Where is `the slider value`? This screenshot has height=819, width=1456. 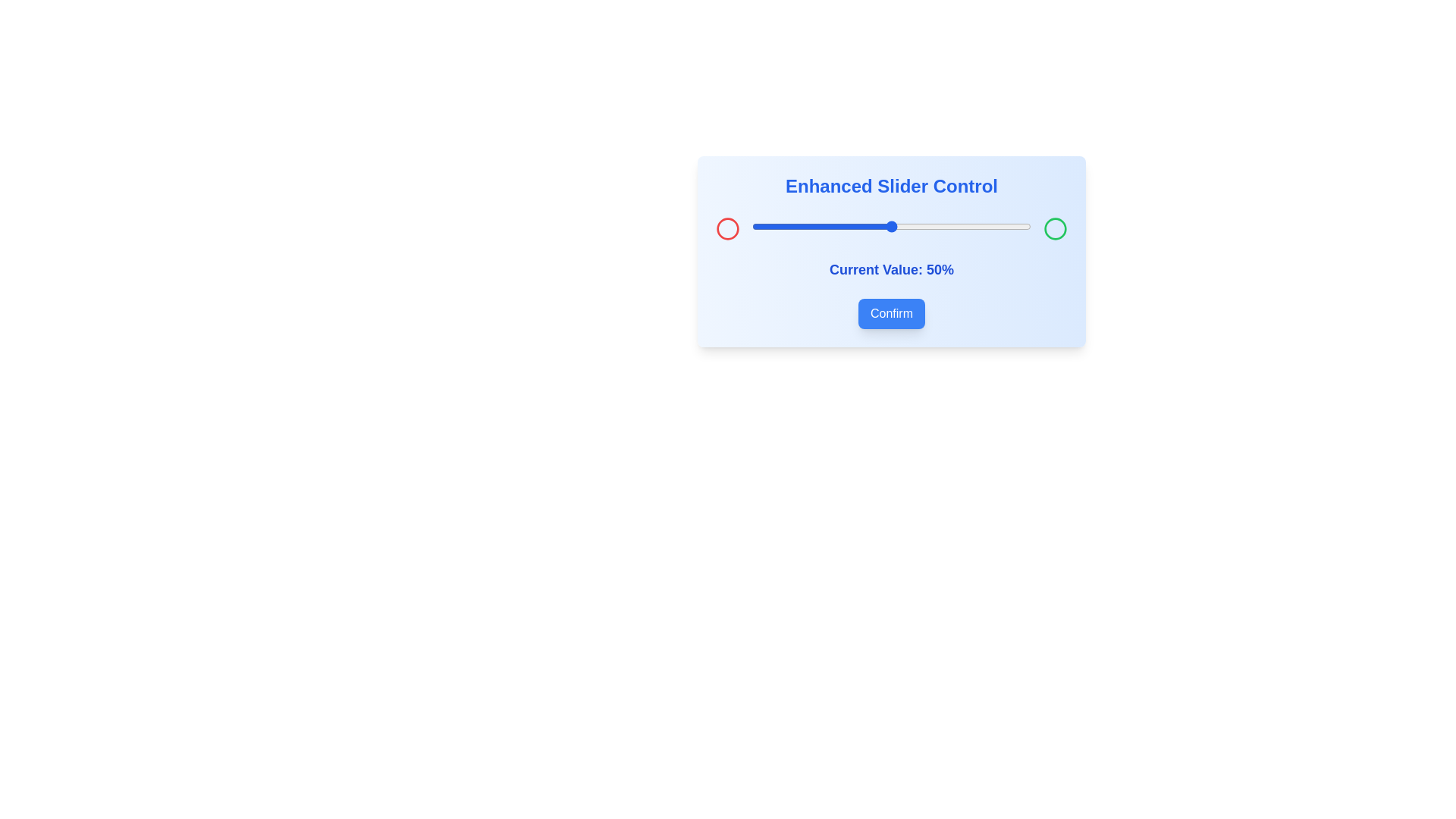 the slider value is located at coordinates (793, 227).